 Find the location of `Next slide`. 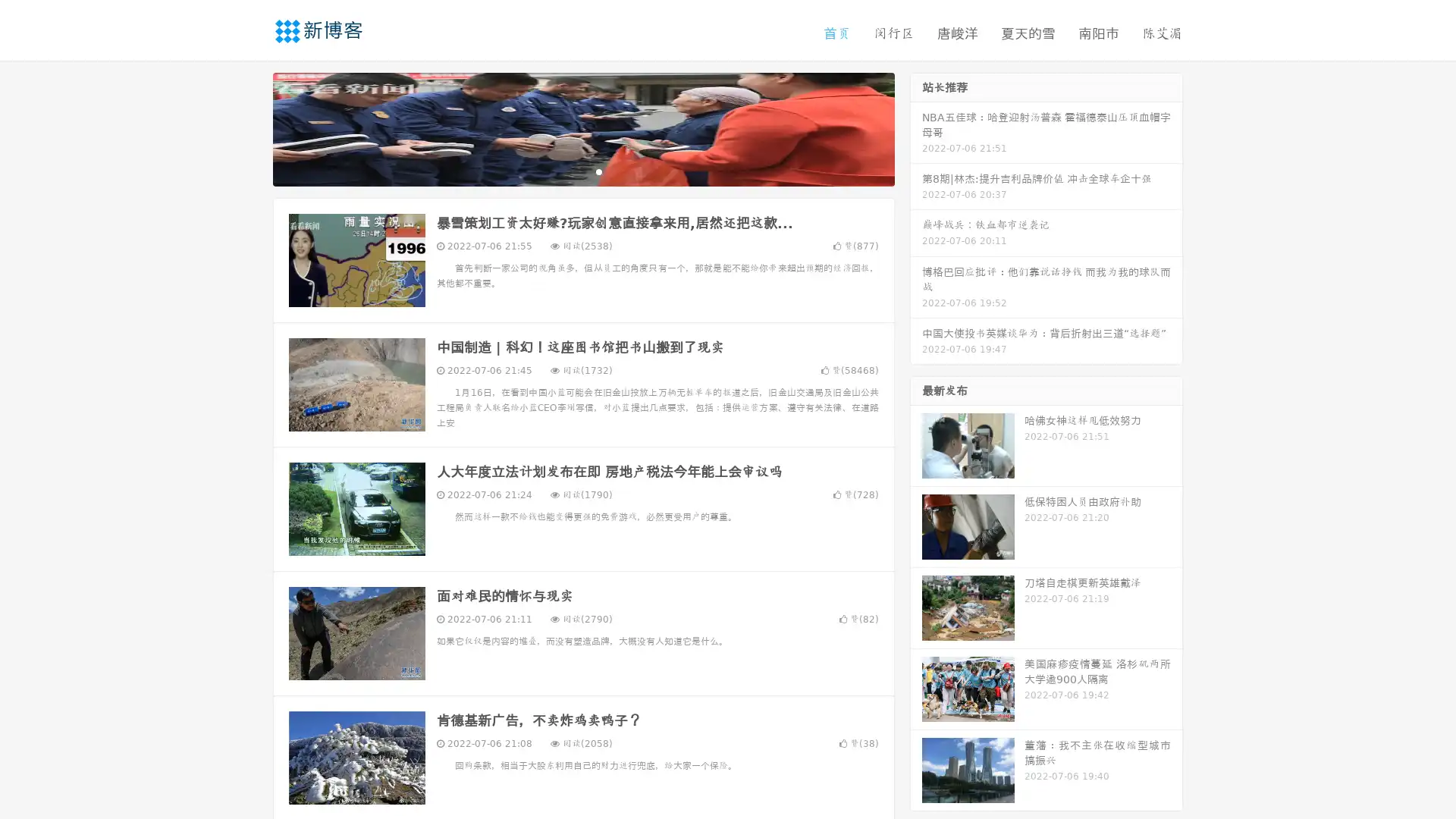

Next slide is located at coordinates (916, 127).